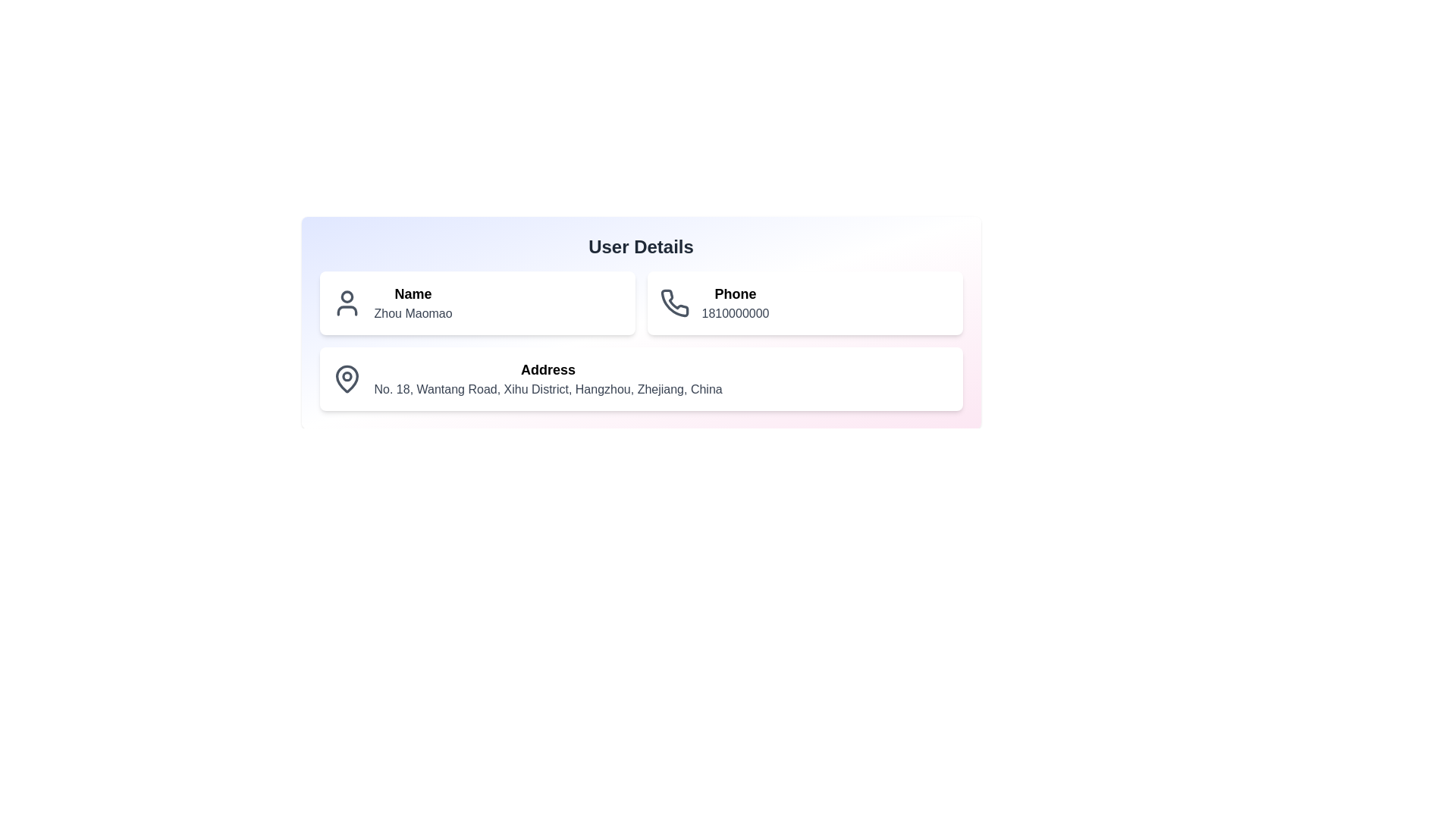 This screenshot has height=819, width=1456. What do you see at coordinates (413, 294) in the screenshot?
I see `the text label identifying the user's name, positioned above 'Zhou Maomao' in the user details card` at bounding box center [413, 294].